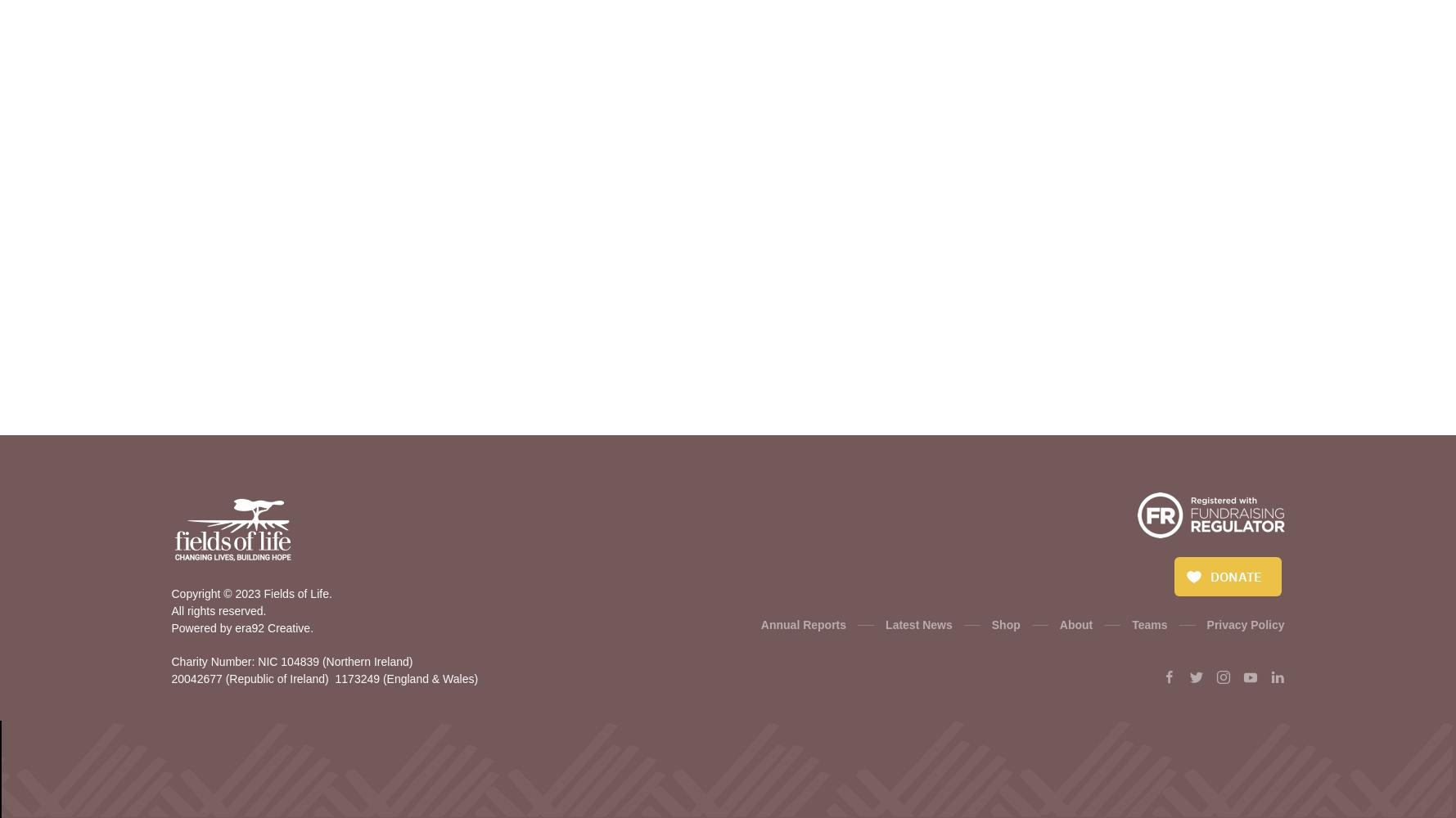 This screenshot has width=1456, height=818. Describe the element at coordinates (884, 625) in the screenshot. I see `'Latest News'` at that location.